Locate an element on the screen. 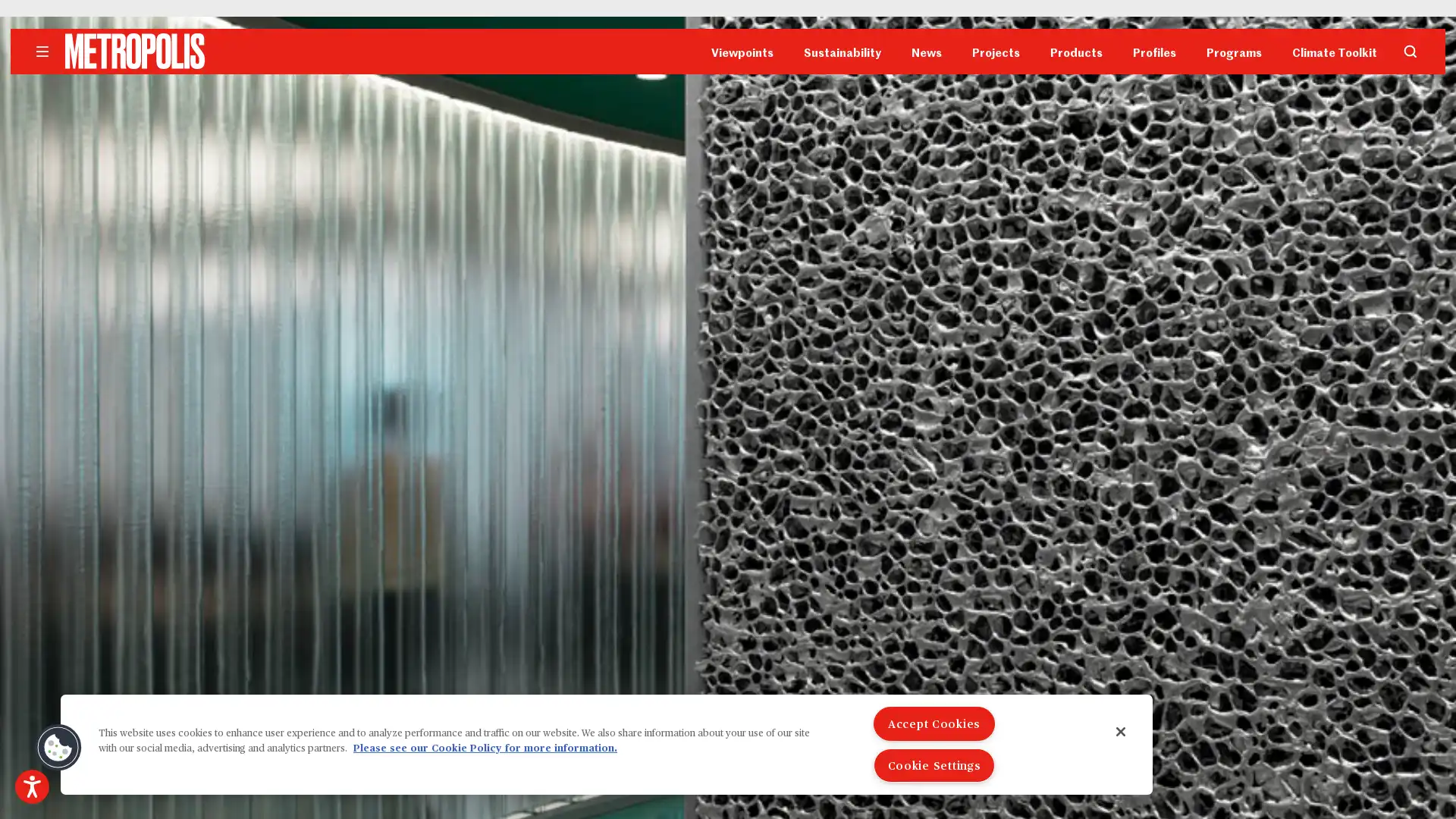  Join Our Email List is located at coordinates (728, 268).